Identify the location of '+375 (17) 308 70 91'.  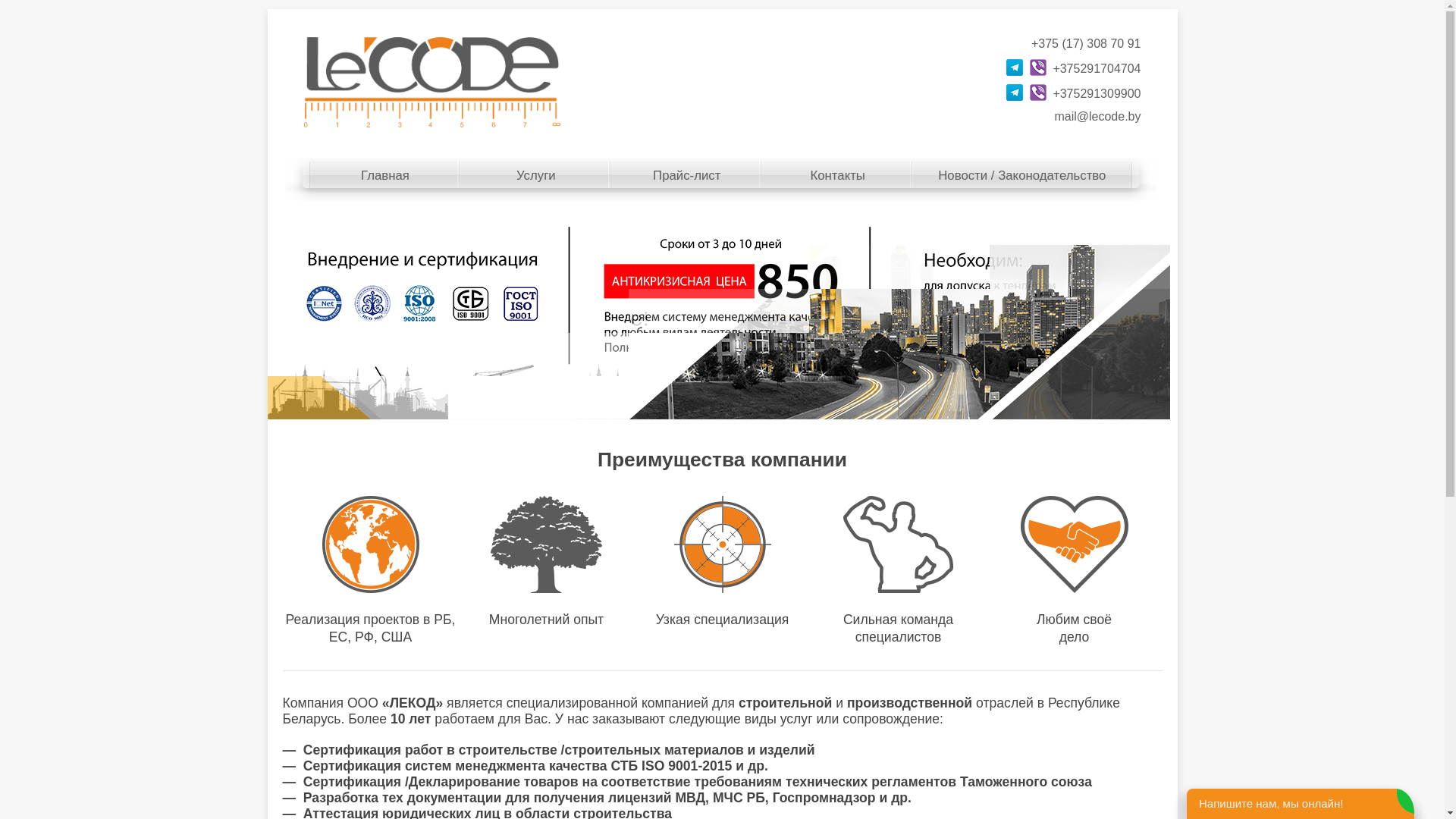
(1085, 42).